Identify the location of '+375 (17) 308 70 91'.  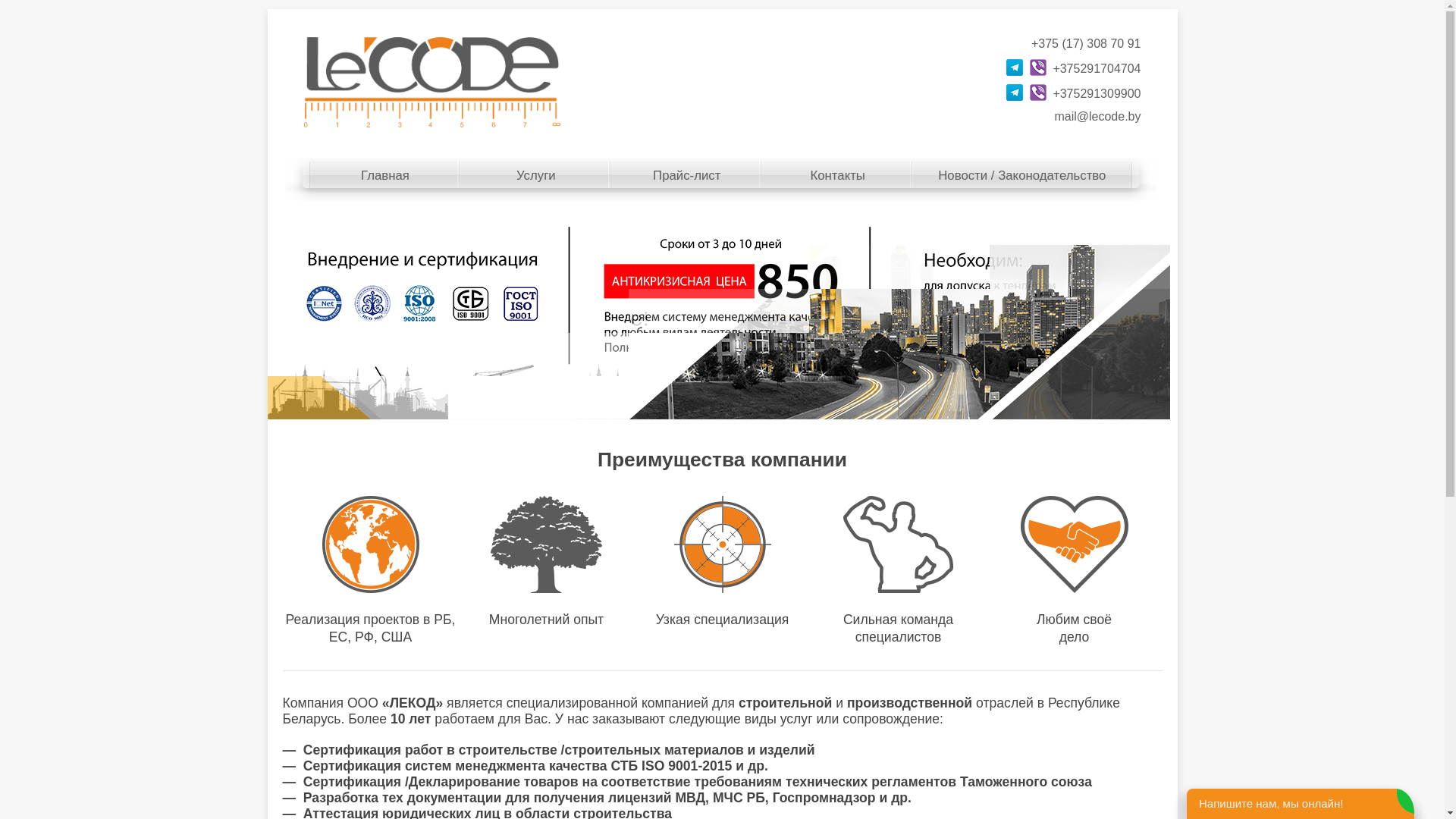
(1085, 42).